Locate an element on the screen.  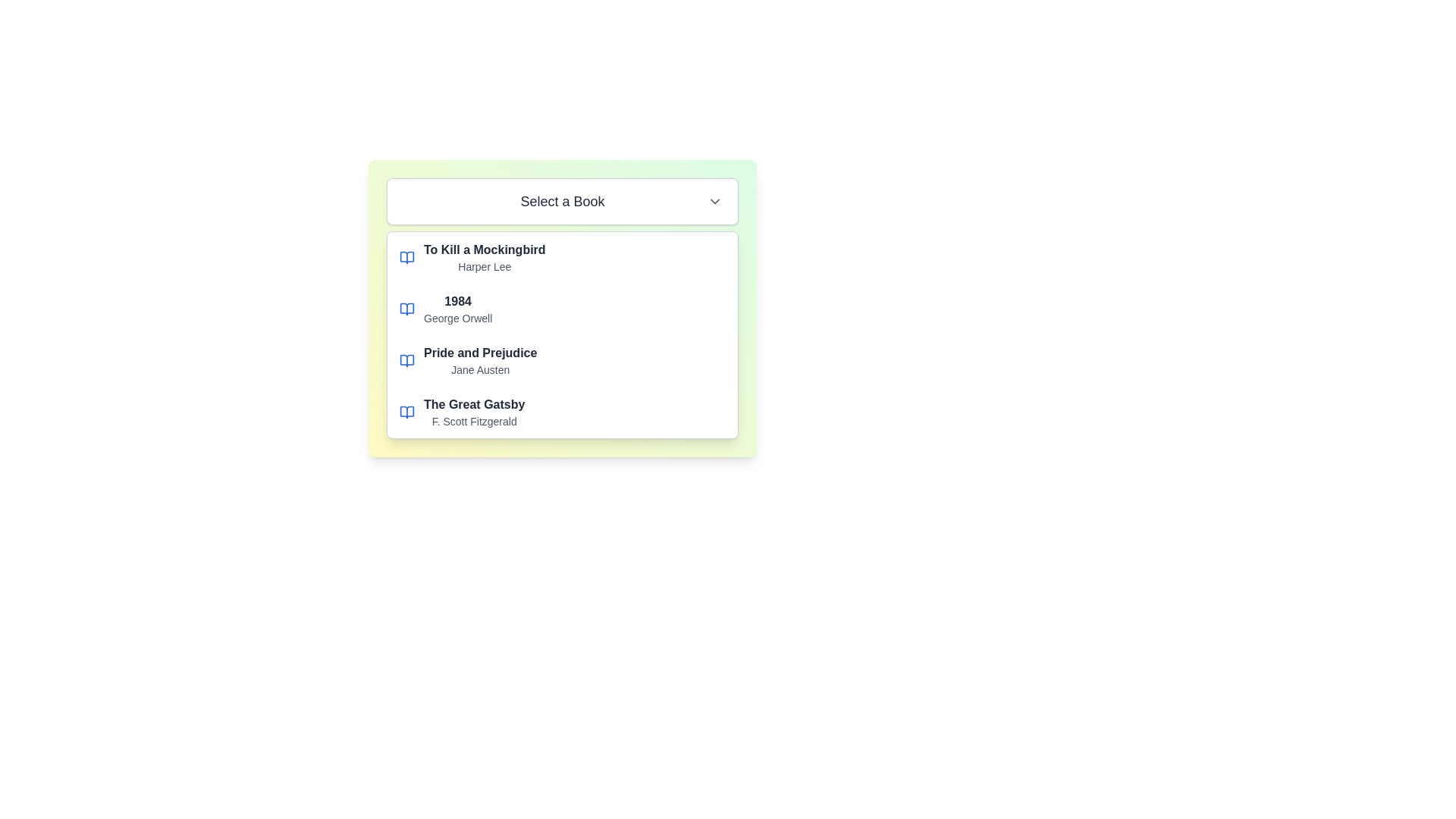
the book icon for 'The Great Gatsby', which is positioned to the left of the book title and author, serving as a decorative identifier symbol is located at coordinates (407, 412).